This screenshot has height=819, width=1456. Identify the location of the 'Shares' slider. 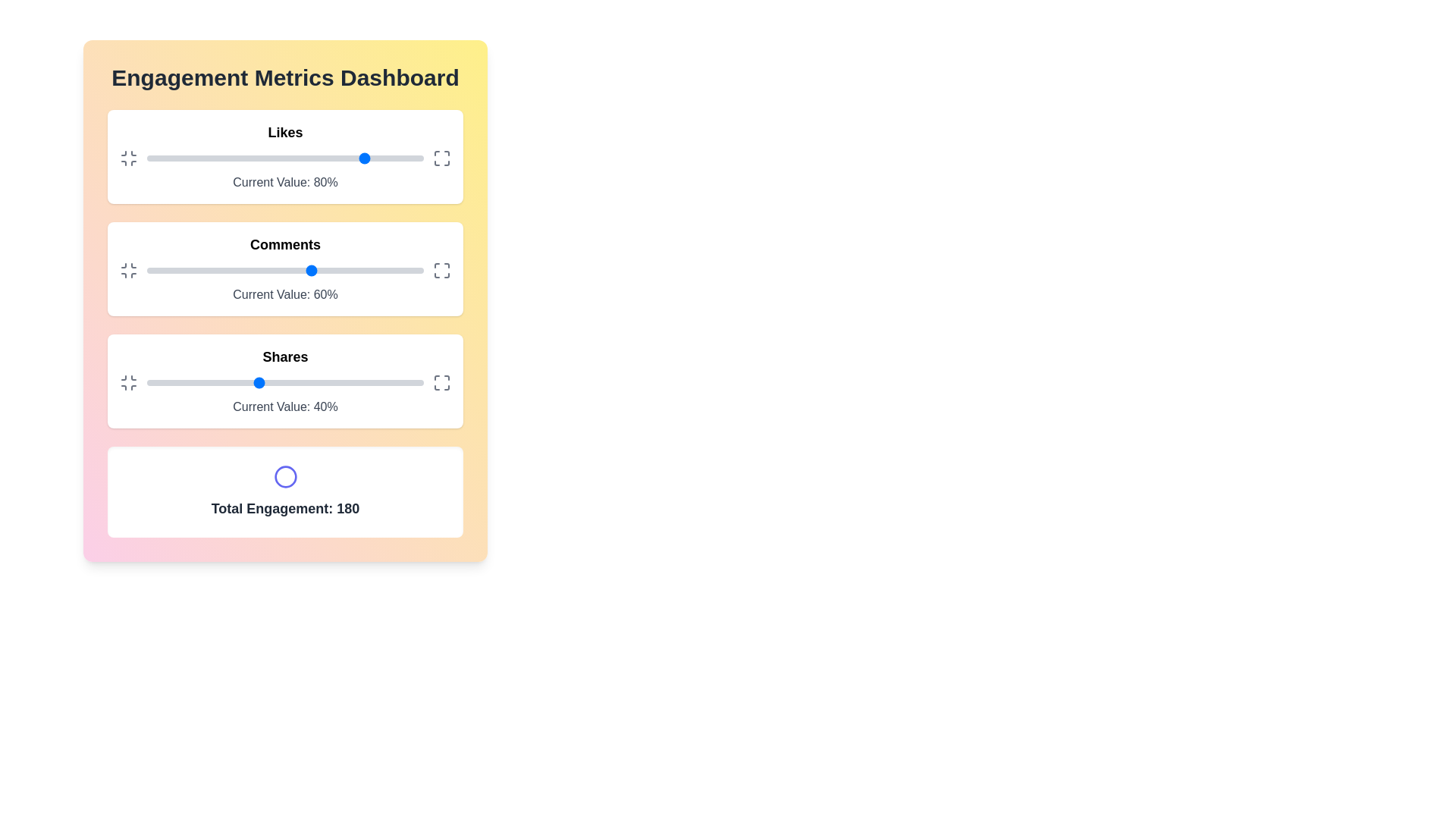
(280, 382).